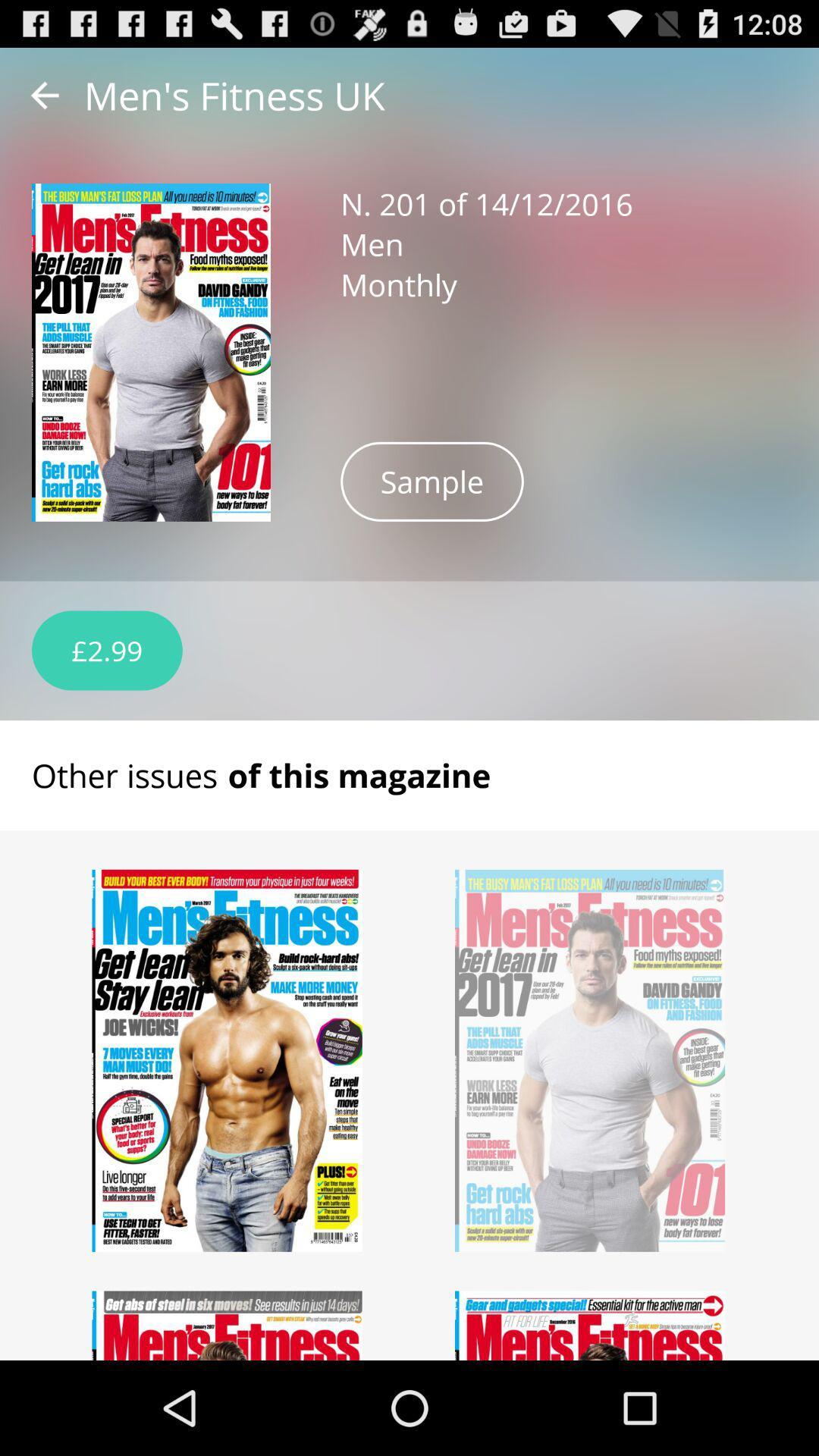 This screenshot has width=819, height=1456. I want to click on the sample item, so click(432, 481).